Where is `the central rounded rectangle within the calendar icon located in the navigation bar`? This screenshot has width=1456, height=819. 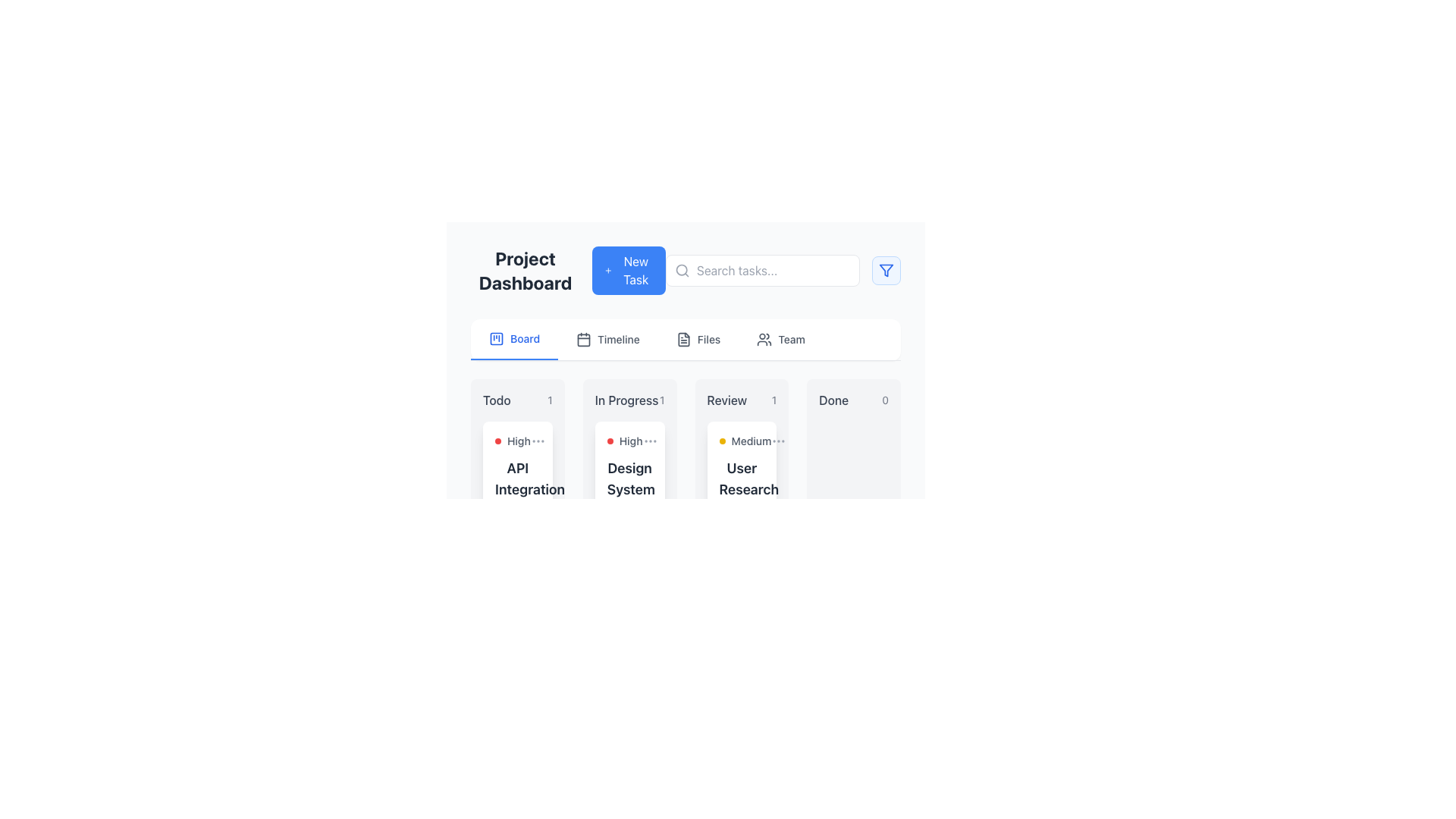
the central rounded rectangle within the calendar icon located in the navigation bar is located at coordinates (583, 339).